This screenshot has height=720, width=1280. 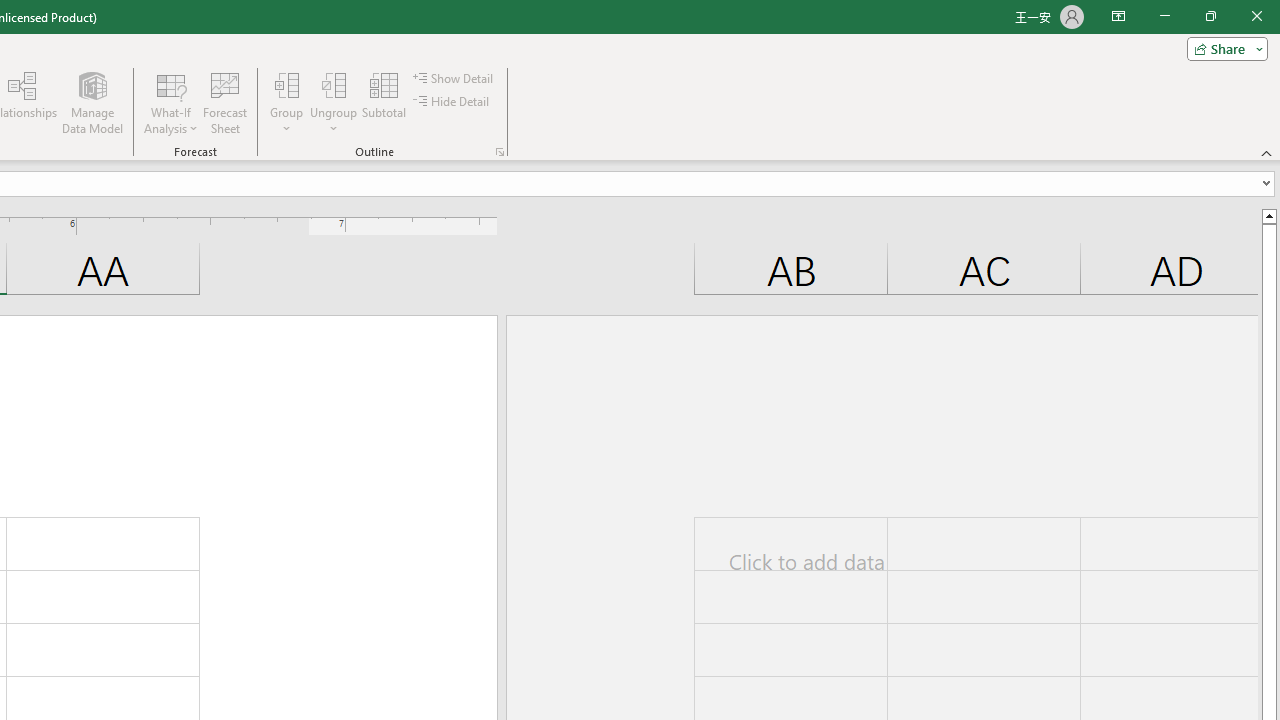 I want to click on 'Forecast Sheet', so click(x=225, y=103).